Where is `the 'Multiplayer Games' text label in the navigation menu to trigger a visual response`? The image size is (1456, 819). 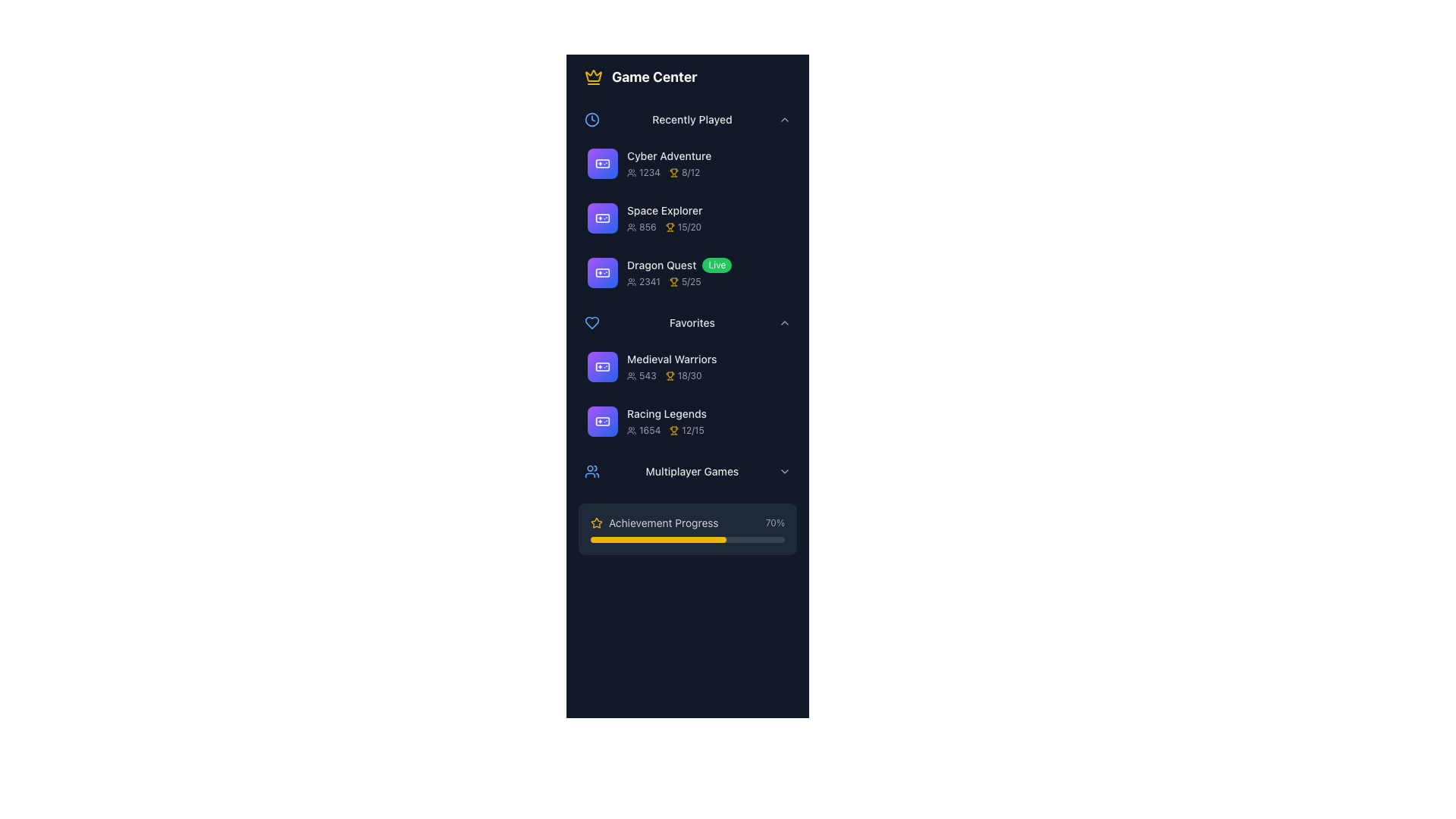
the 'Multiplayer Games' text label in the navigation menu to trigger a visual response is located at coordinates (691, 470).